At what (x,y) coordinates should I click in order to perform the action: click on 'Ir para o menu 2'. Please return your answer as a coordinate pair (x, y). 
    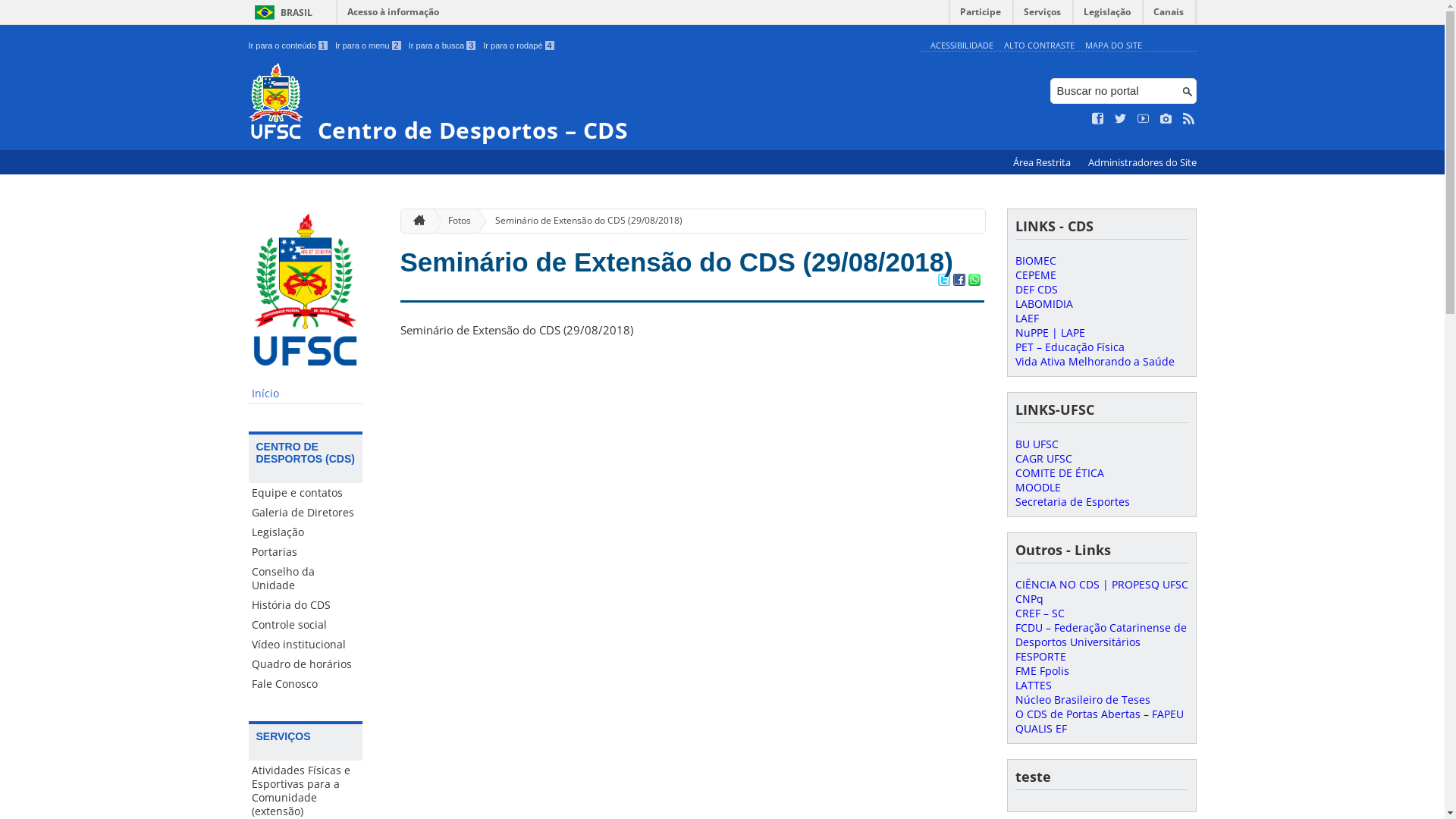
    Looking at the image, I should click on (334, 45).